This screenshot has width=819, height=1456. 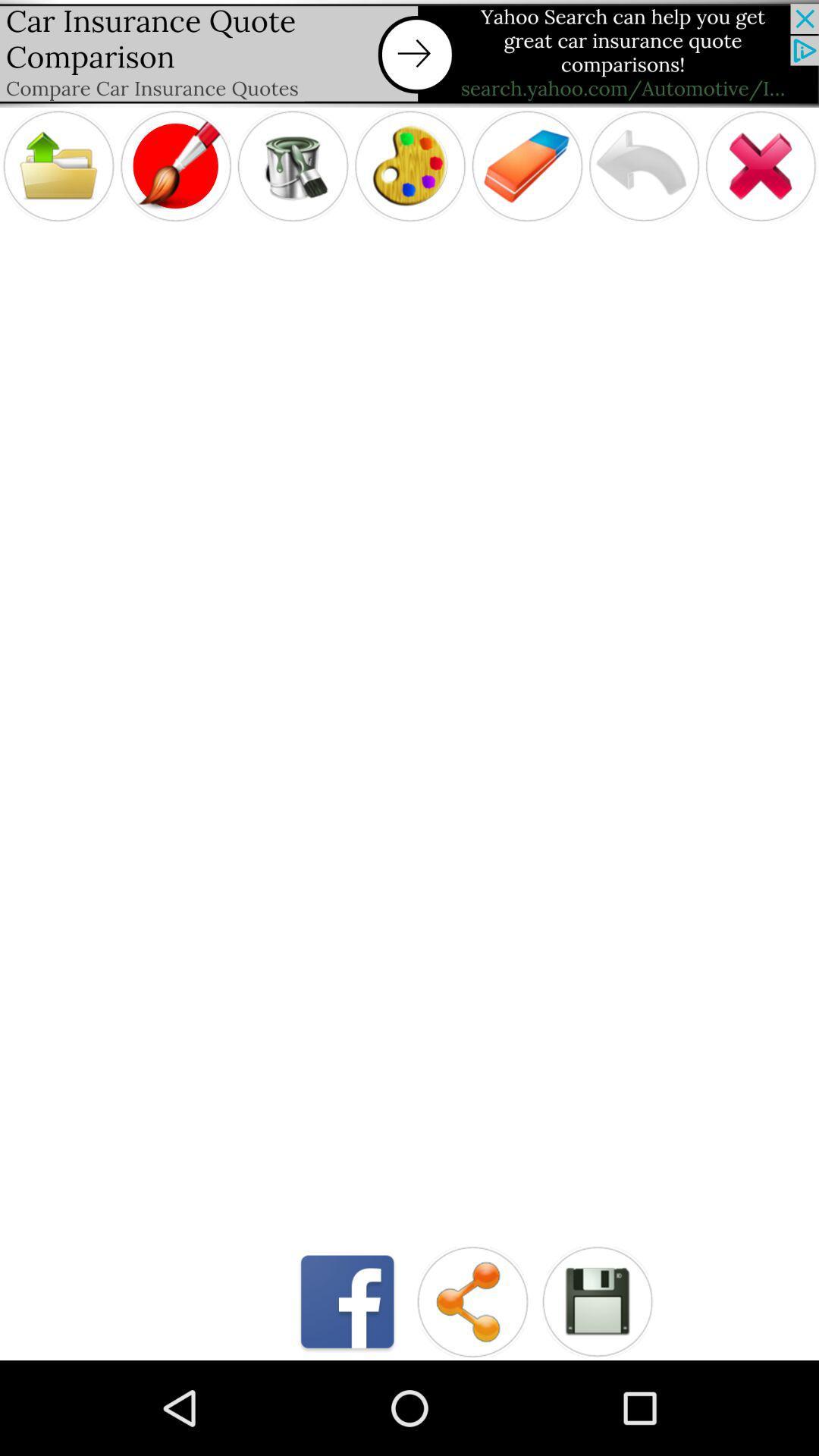 I want to click on erase button, so click(x=526, y=166).